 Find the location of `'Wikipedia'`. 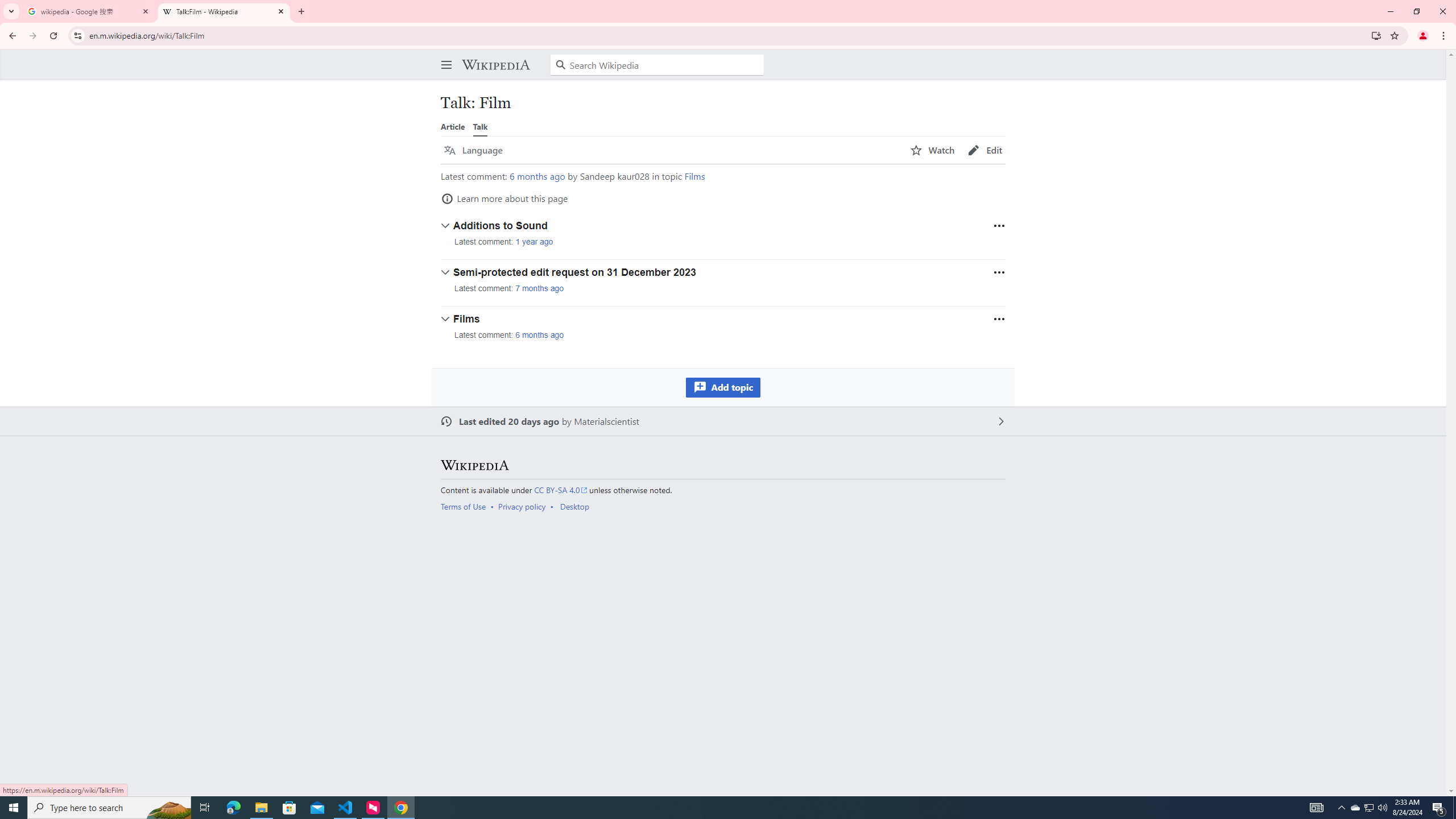

'Wikipedia' is located at coordinates (495, 64).